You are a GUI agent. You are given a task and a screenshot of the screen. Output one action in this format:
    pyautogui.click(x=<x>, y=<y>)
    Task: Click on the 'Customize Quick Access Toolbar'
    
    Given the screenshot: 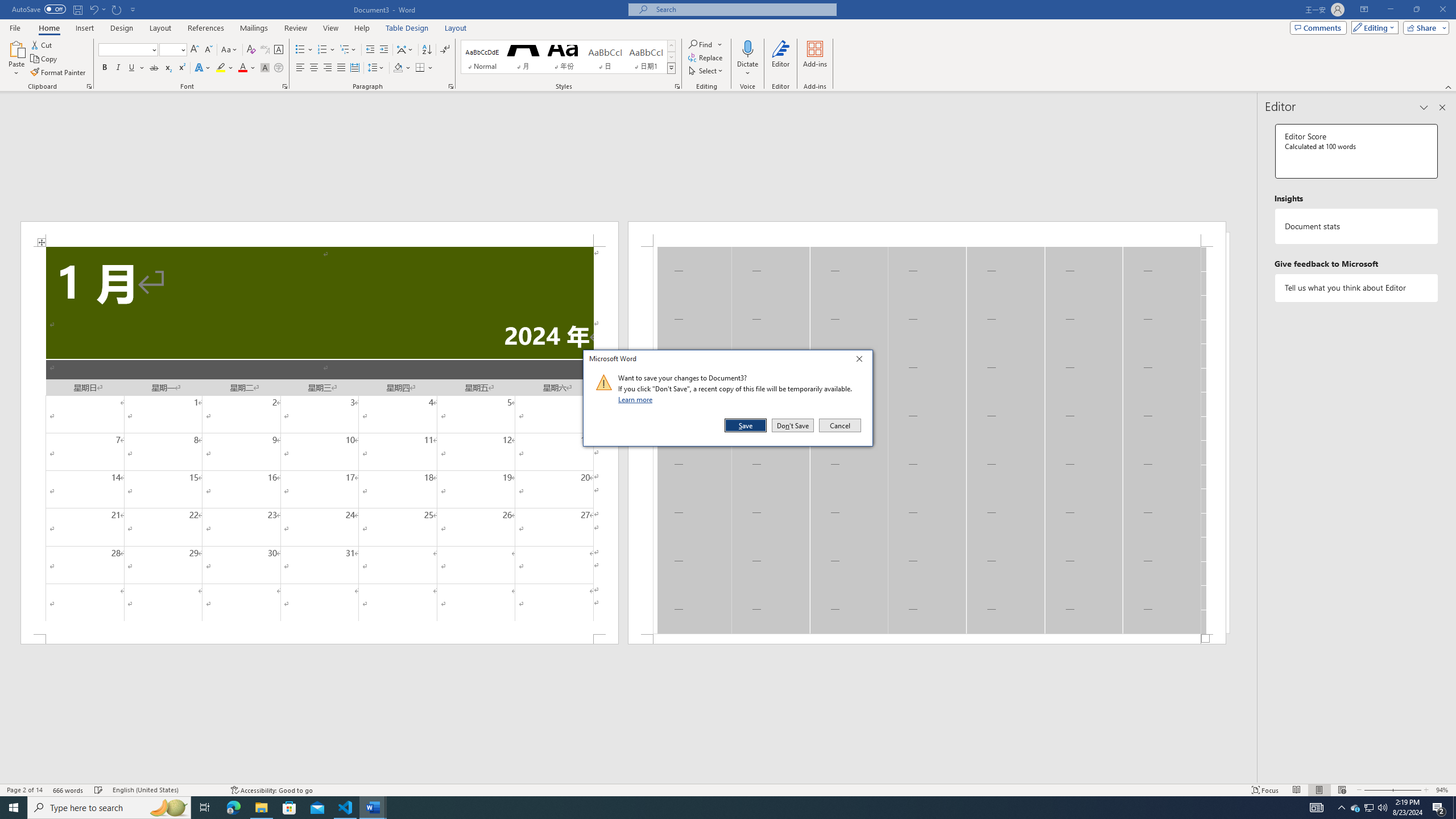 What is the action you would take?
    pyautogui.click(x=133, y=9)
    